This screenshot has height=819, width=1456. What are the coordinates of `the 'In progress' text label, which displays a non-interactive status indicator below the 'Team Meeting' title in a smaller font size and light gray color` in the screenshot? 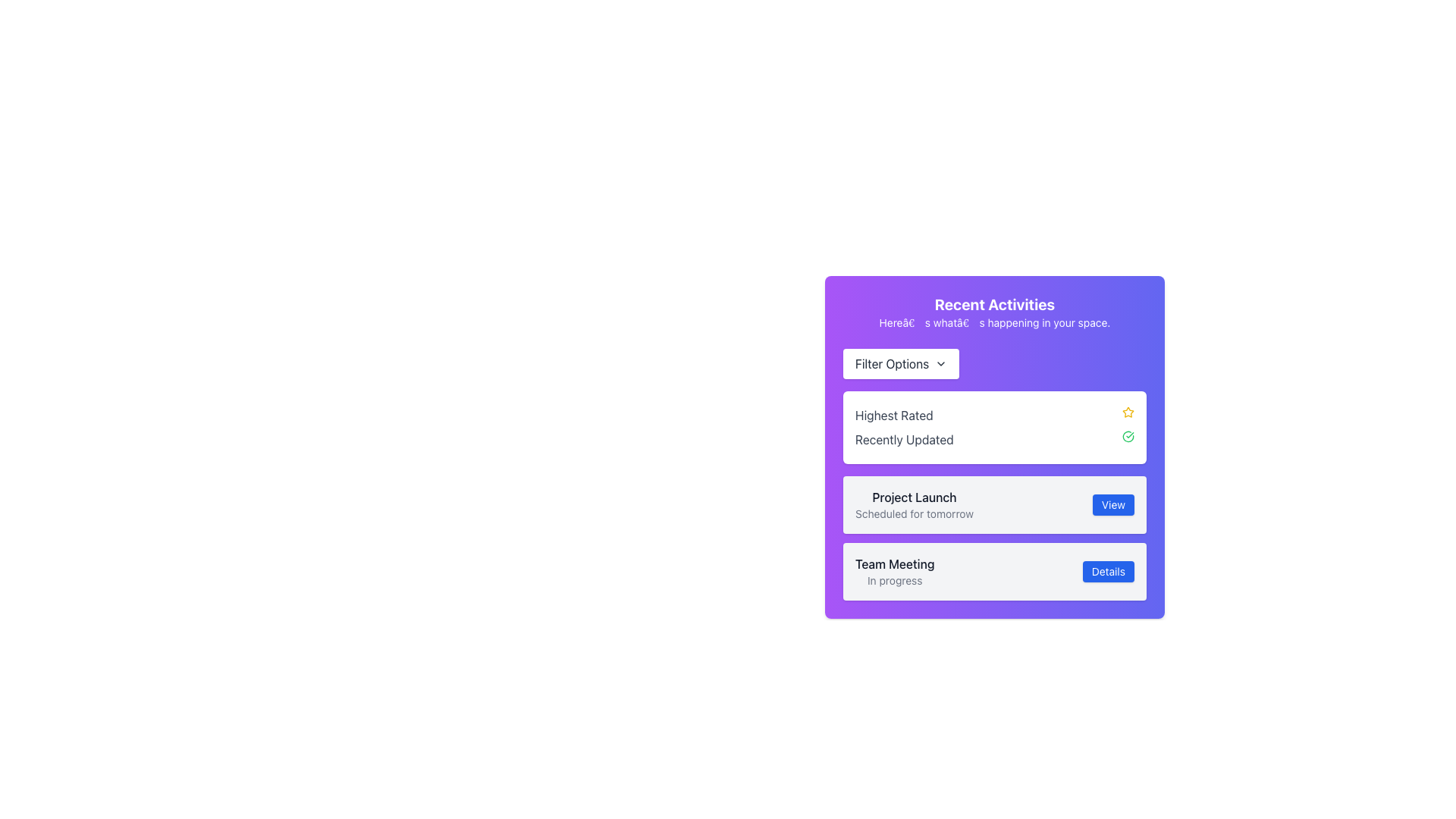 It's located at (895, 580).